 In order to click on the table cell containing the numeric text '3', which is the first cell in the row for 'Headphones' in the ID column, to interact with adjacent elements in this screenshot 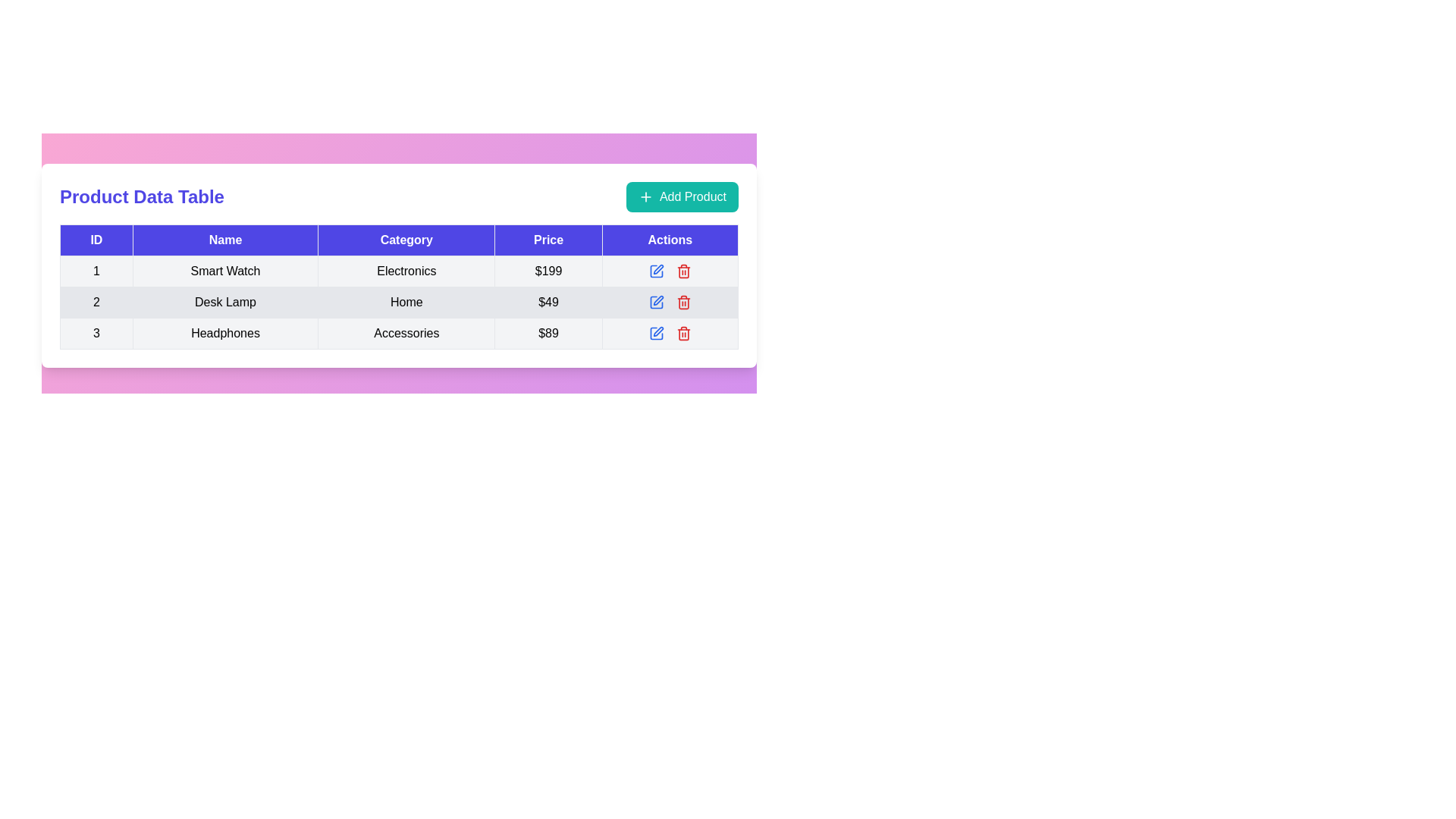, I will do `click(95, 332)`.